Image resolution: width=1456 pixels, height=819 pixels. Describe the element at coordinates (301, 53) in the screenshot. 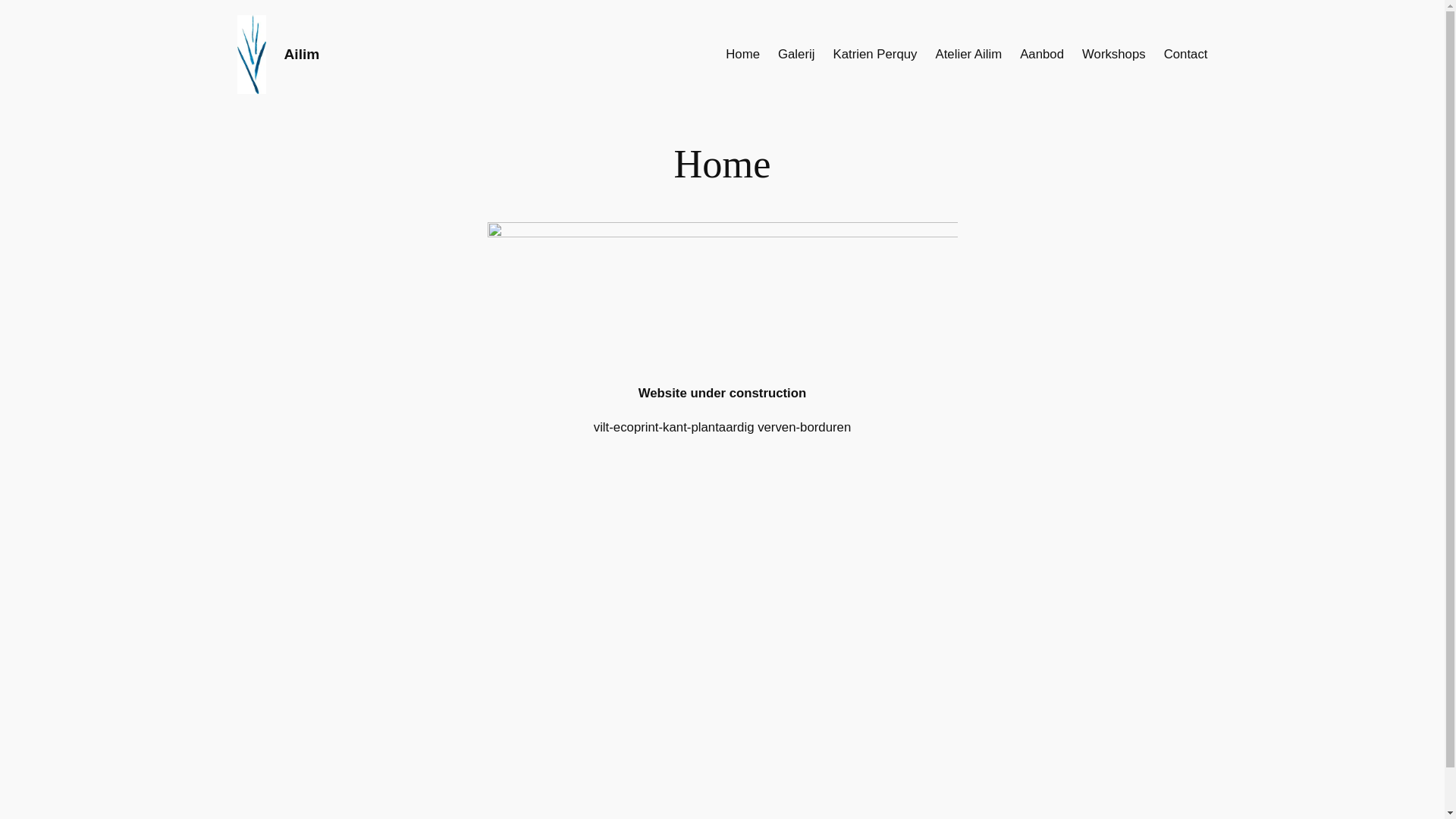

I see `'Ailim'` at that location.